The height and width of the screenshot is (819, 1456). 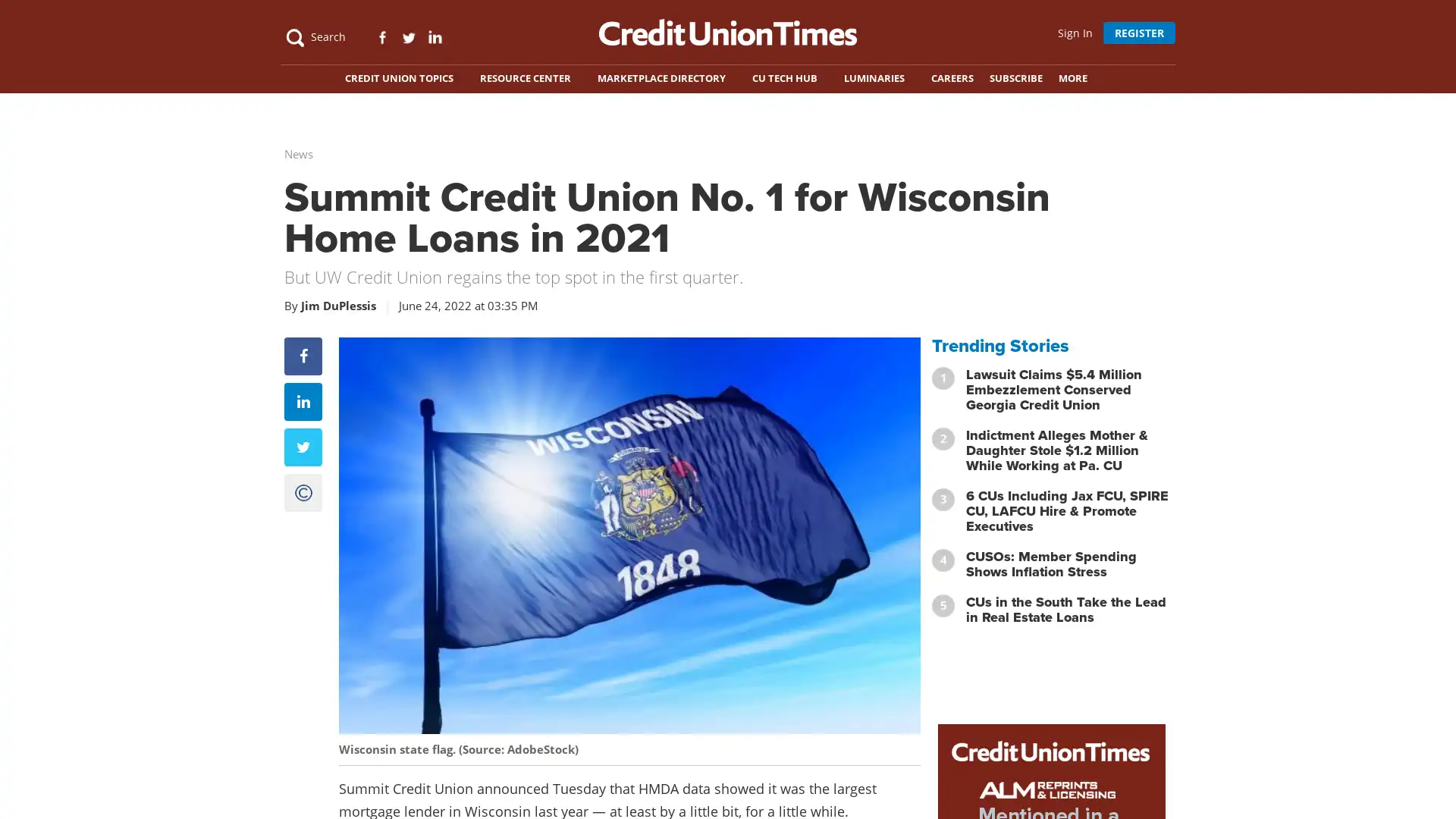 I want to click on Share on LinkedIn, so click(x=303, y=461).